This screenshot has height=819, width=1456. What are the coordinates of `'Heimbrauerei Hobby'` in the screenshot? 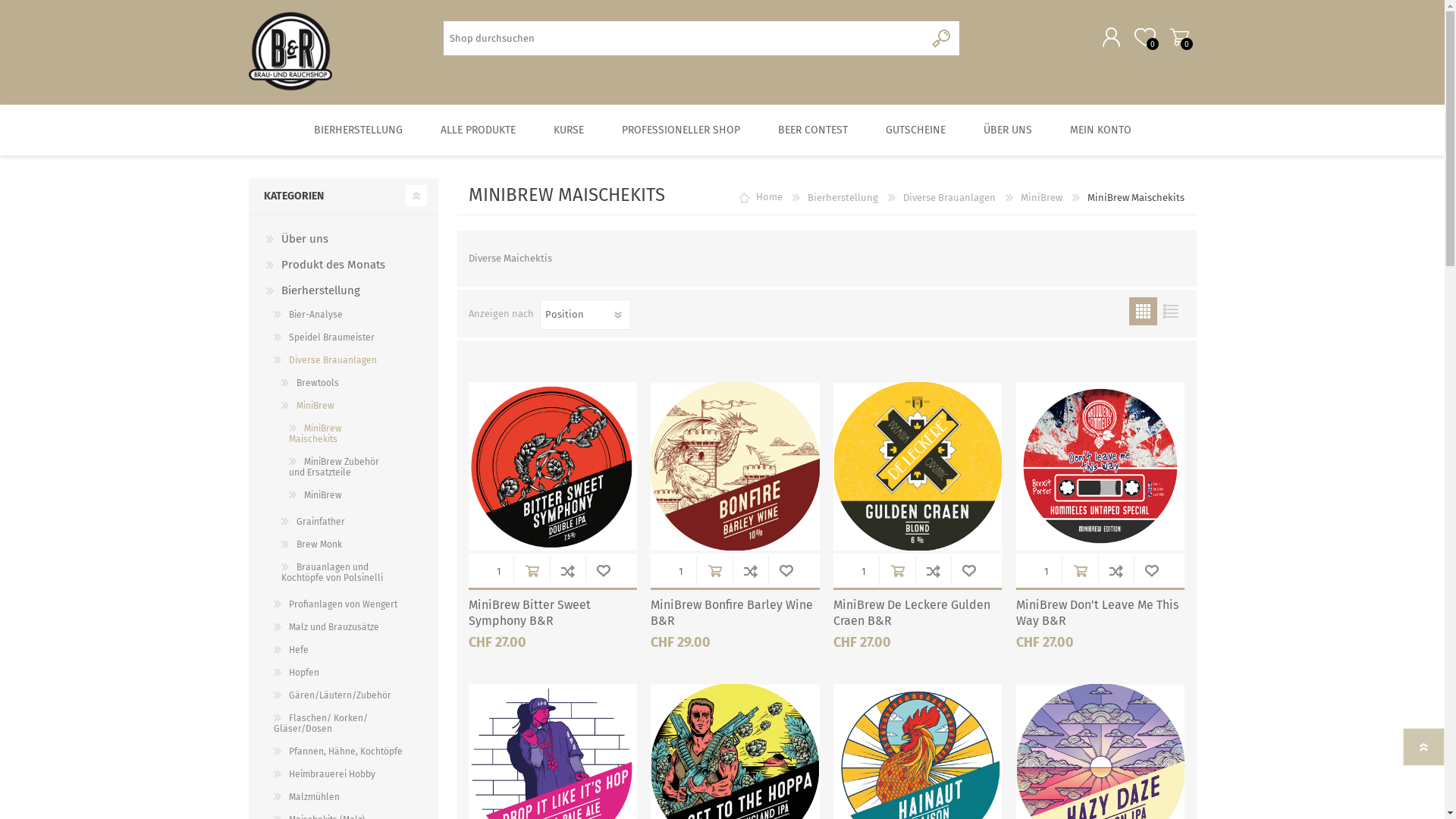 It's located at (323, 774).